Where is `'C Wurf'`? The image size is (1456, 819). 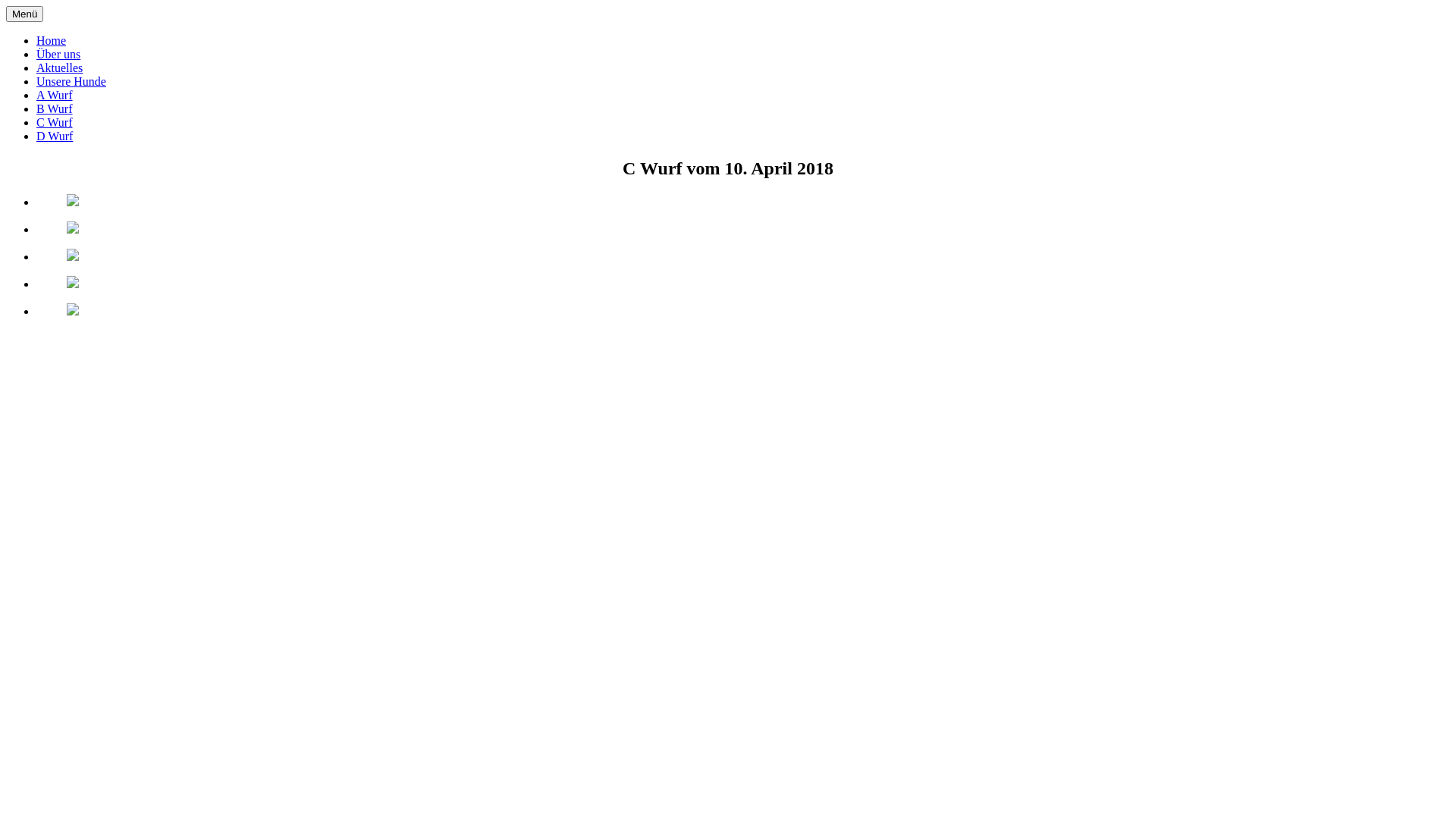
'C Wurf' is located at coordinates (55, 121).